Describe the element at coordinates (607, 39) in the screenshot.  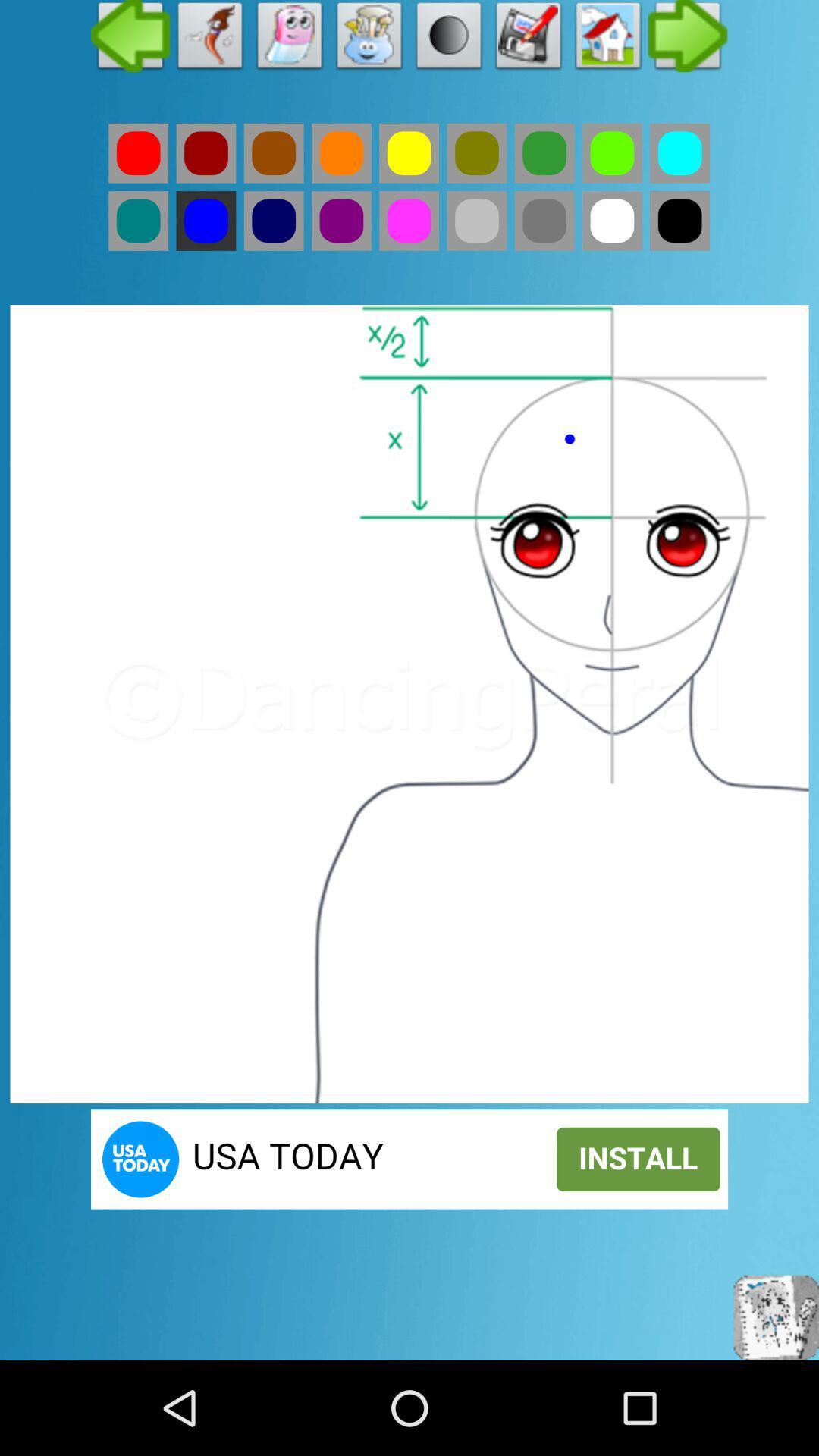
I see `return home` at that location.